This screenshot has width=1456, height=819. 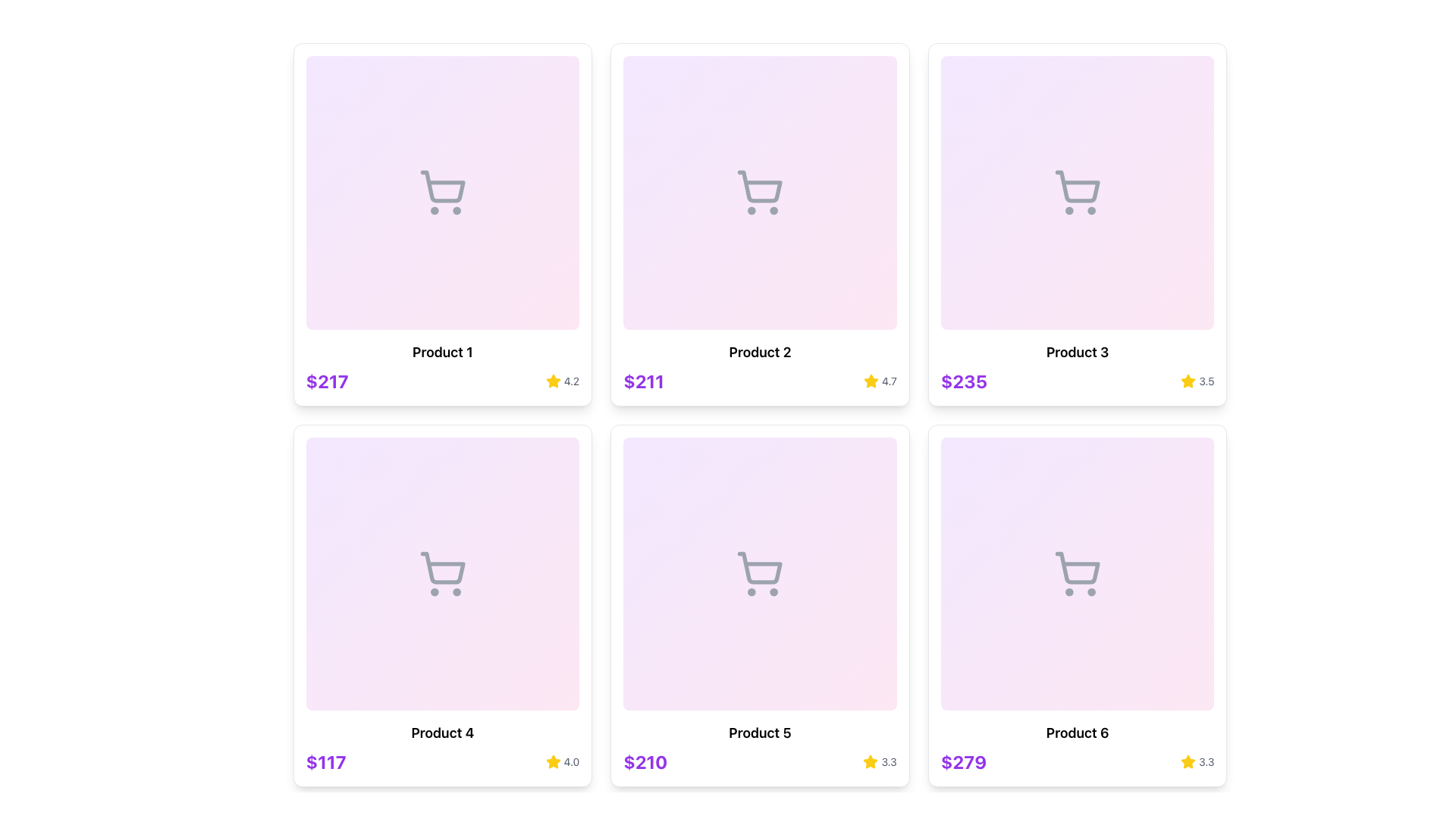 What do you see at coordinates (325, 762) in the screenshot?
I see `the price label displaying '$117' in bold purple text located at the bottom-left corner of the product card for 'Product 4'` at bounding box center [325, 762].